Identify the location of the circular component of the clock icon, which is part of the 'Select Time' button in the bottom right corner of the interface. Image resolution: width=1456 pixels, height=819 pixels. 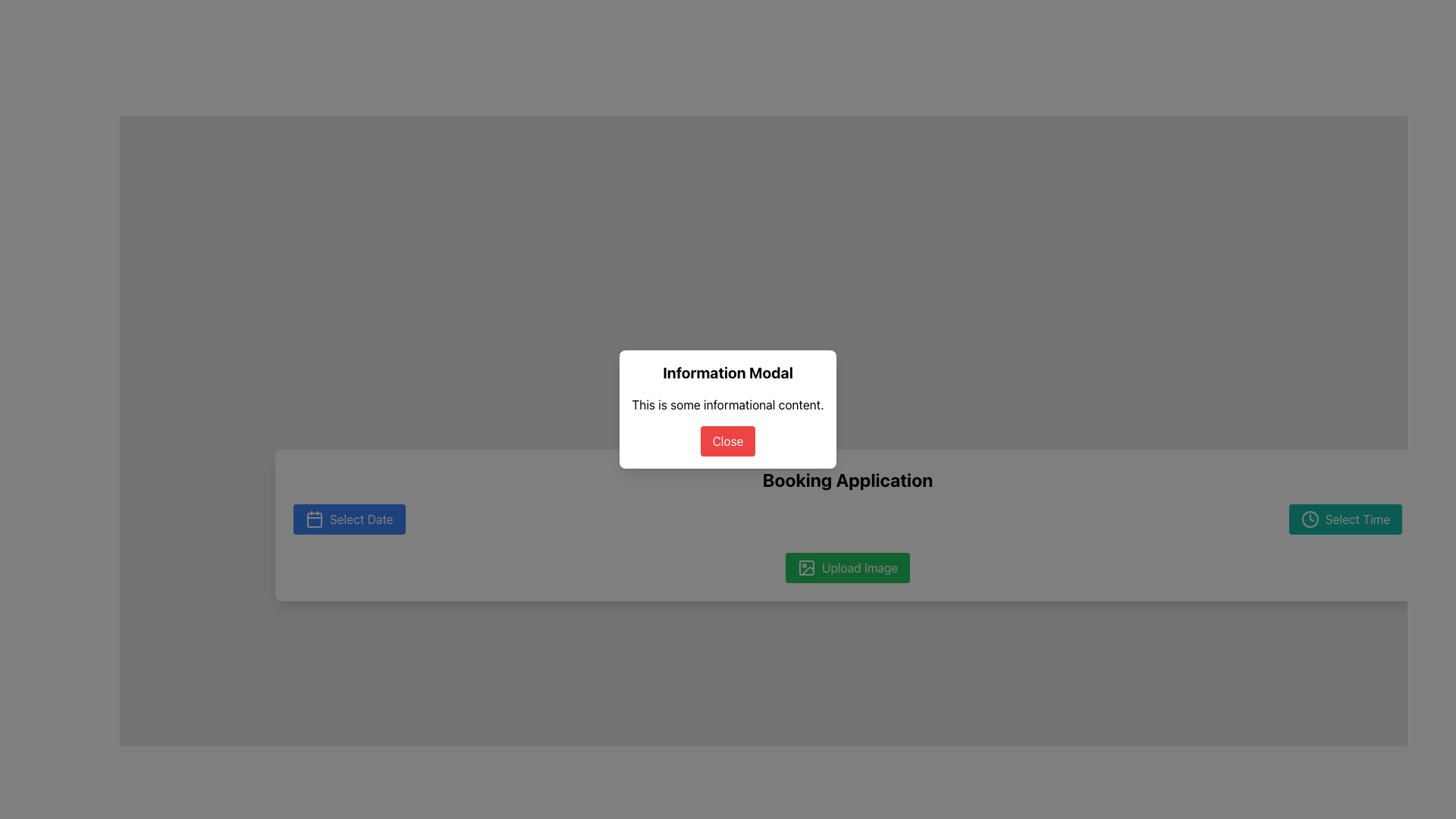
(1309, 519).